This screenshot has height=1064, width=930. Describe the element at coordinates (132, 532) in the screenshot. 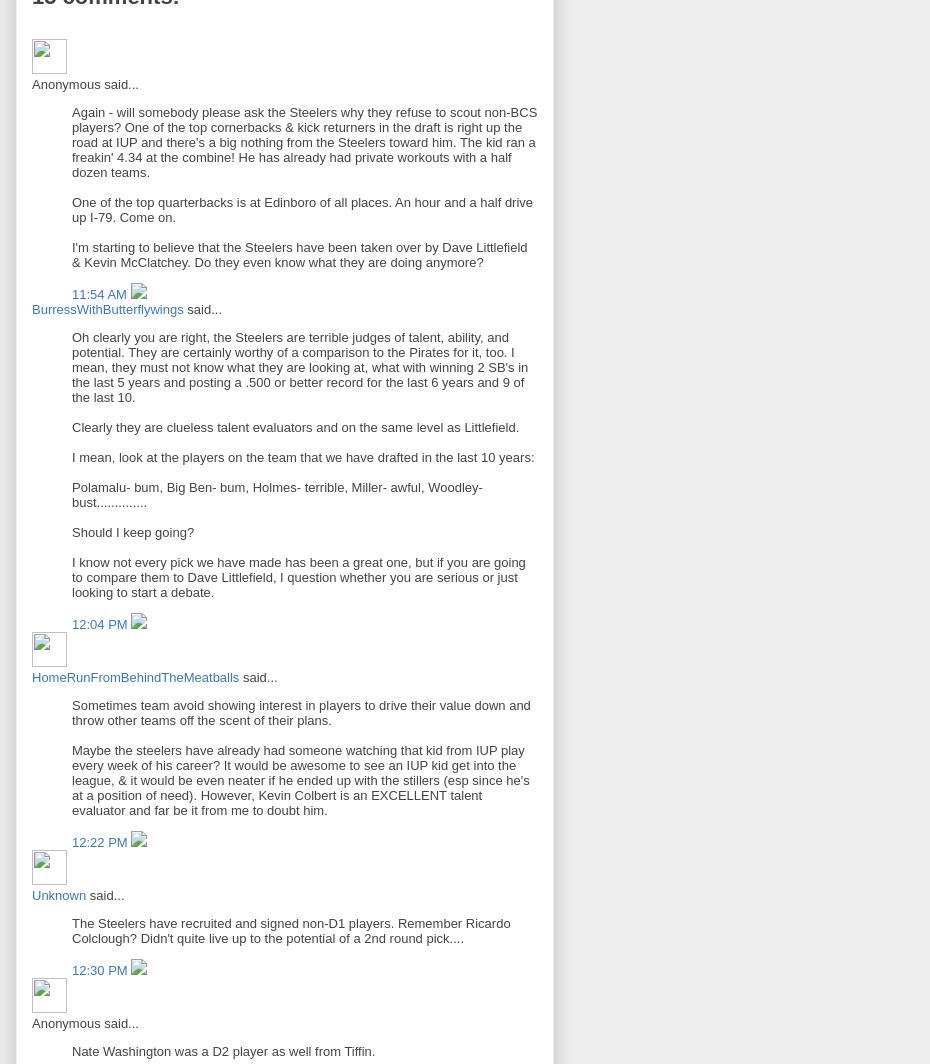

I see `'Should I keep going?'` at that location.